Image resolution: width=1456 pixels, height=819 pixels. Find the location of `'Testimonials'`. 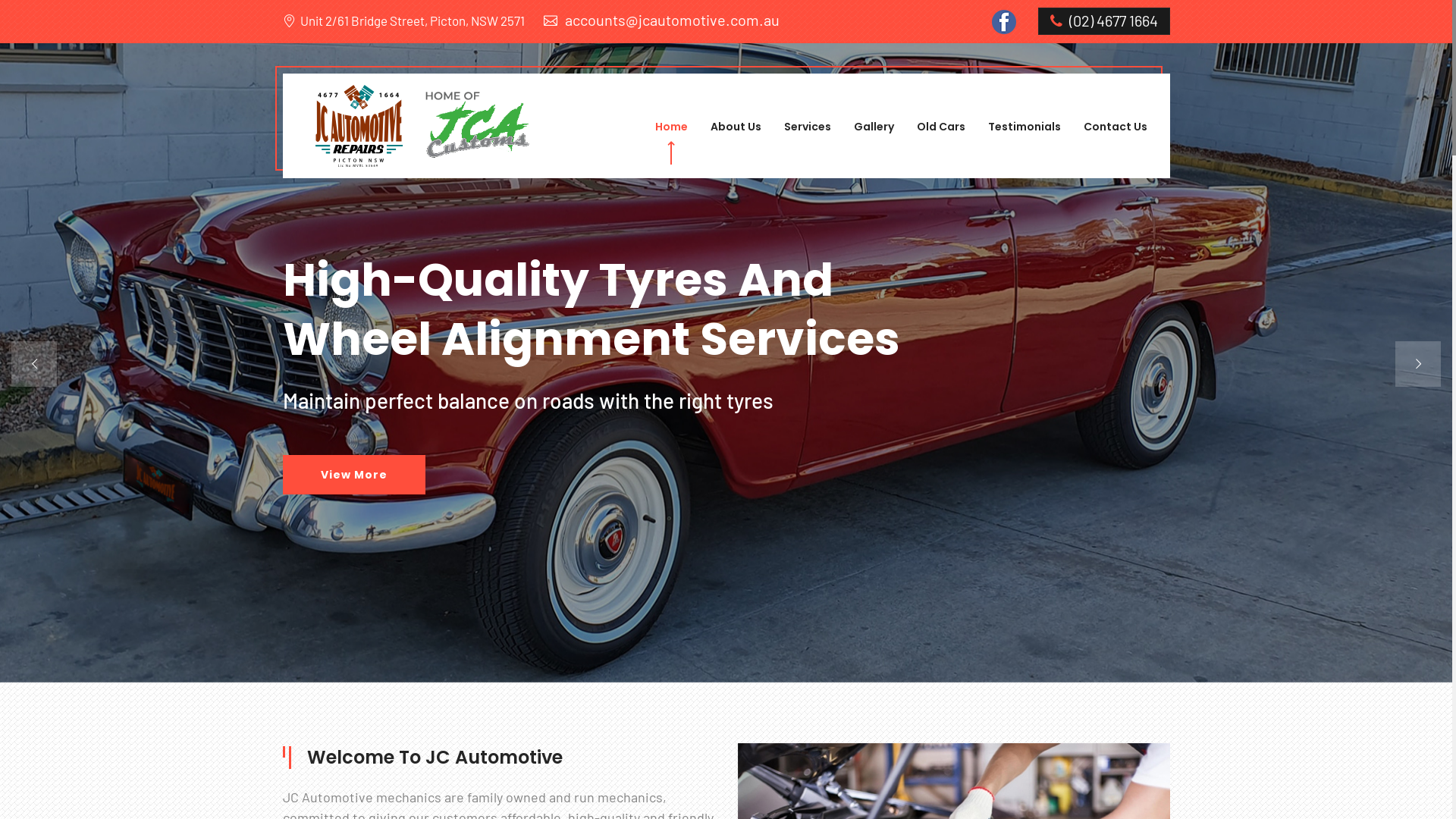

'Testimonials' is located at coordinates (1023, 125).